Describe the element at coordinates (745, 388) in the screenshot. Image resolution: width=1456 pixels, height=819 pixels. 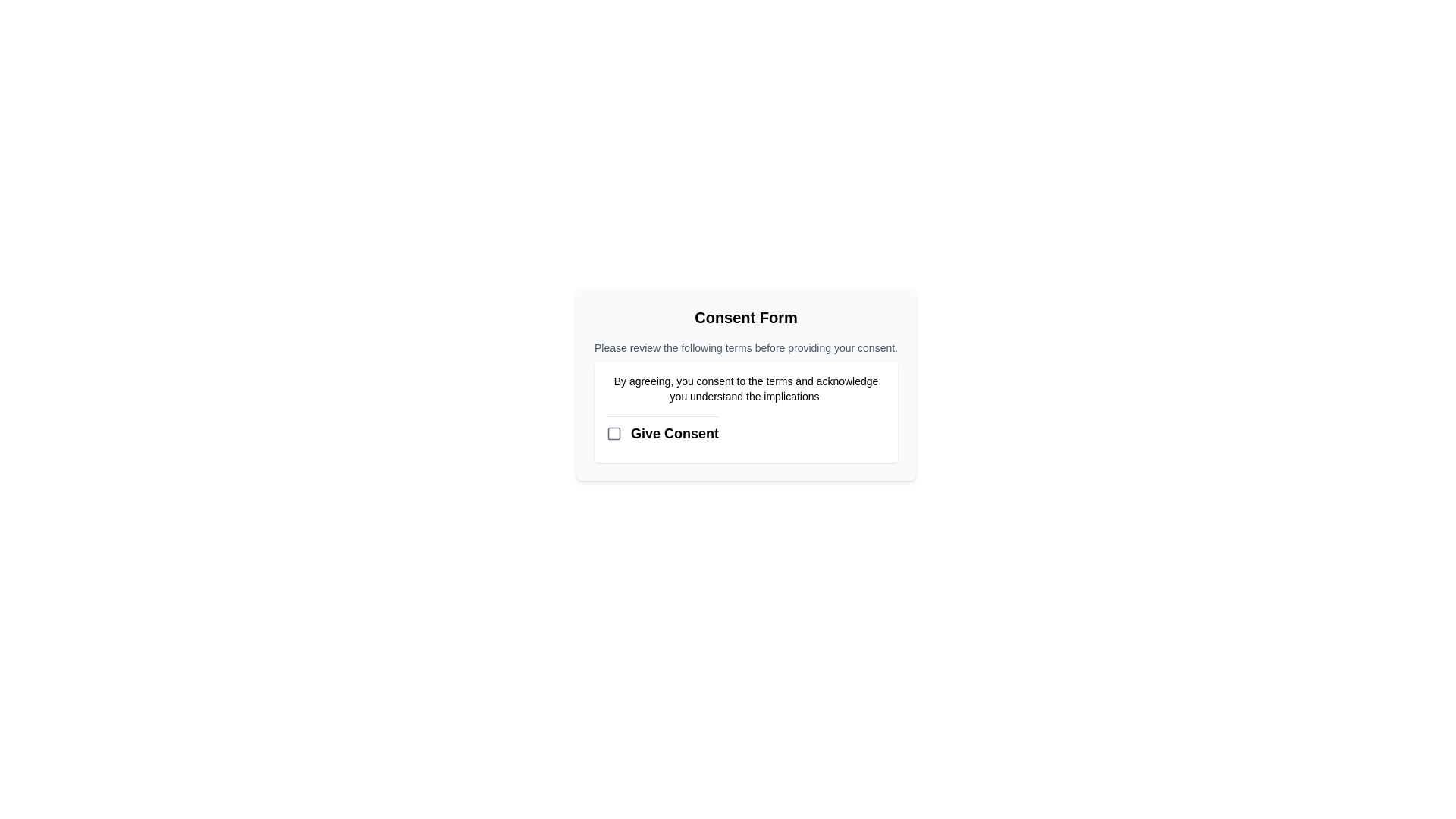
I see `the detailed information text about the agreement consent, which is positioned directly above the checkbox in the consent form` at that location.